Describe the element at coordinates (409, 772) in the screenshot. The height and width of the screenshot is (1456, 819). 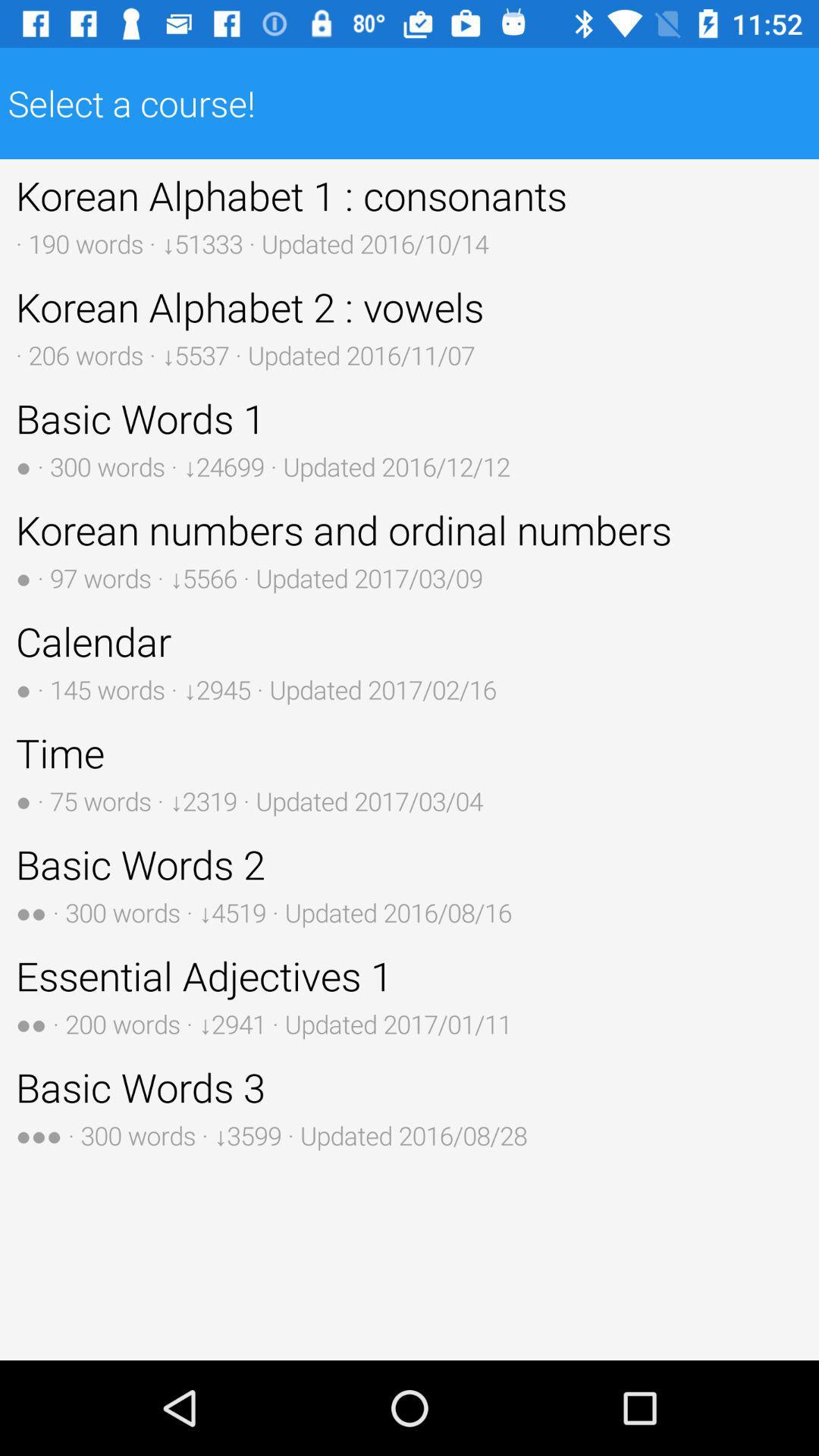
I see `item above basic words 2 item` at that location.